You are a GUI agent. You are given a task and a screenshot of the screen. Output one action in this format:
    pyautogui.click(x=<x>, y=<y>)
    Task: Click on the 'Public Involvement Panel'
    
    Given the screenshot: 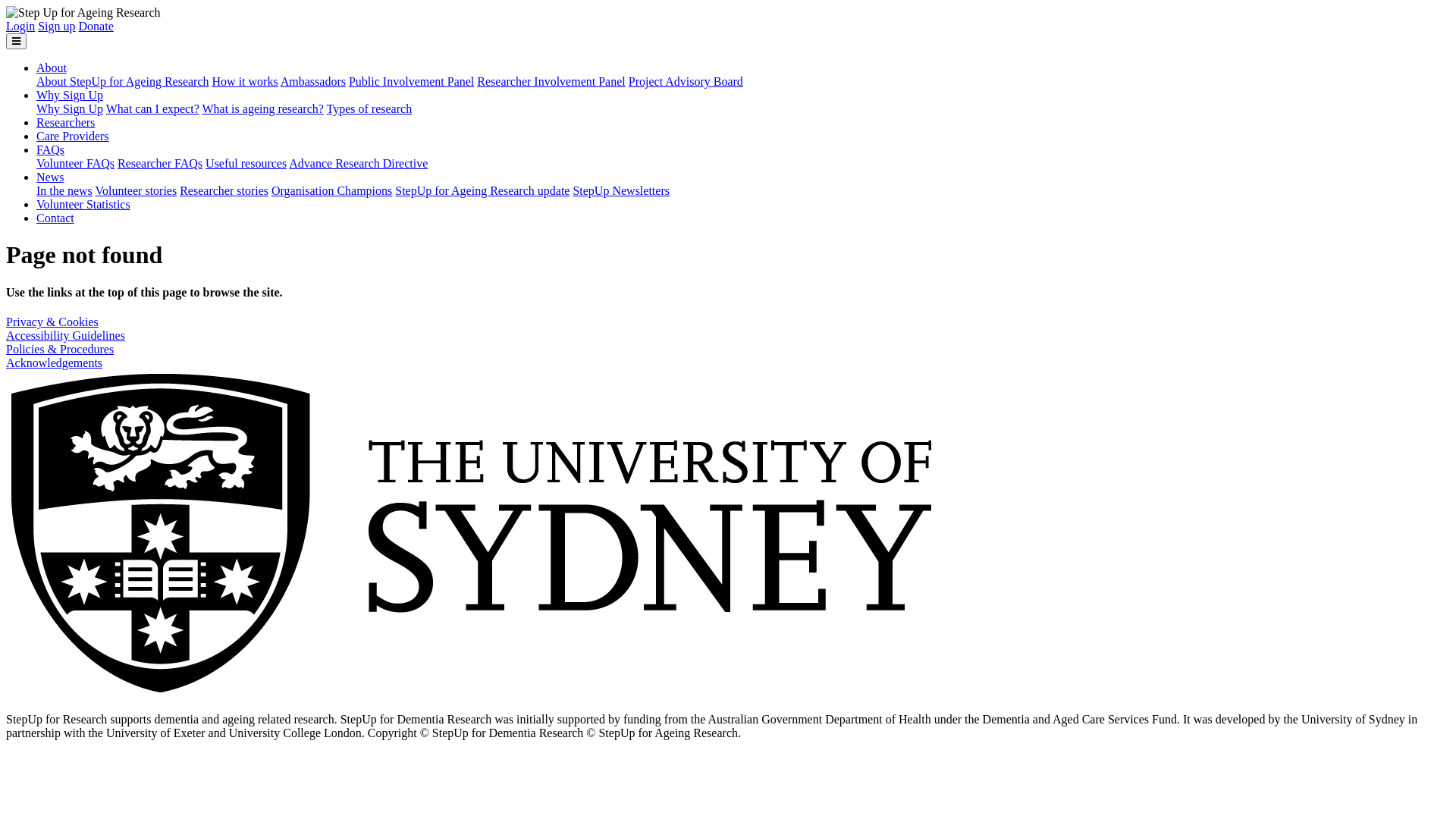 What is the action you would take?
    pyautogui.click(x=411, y=81)
    